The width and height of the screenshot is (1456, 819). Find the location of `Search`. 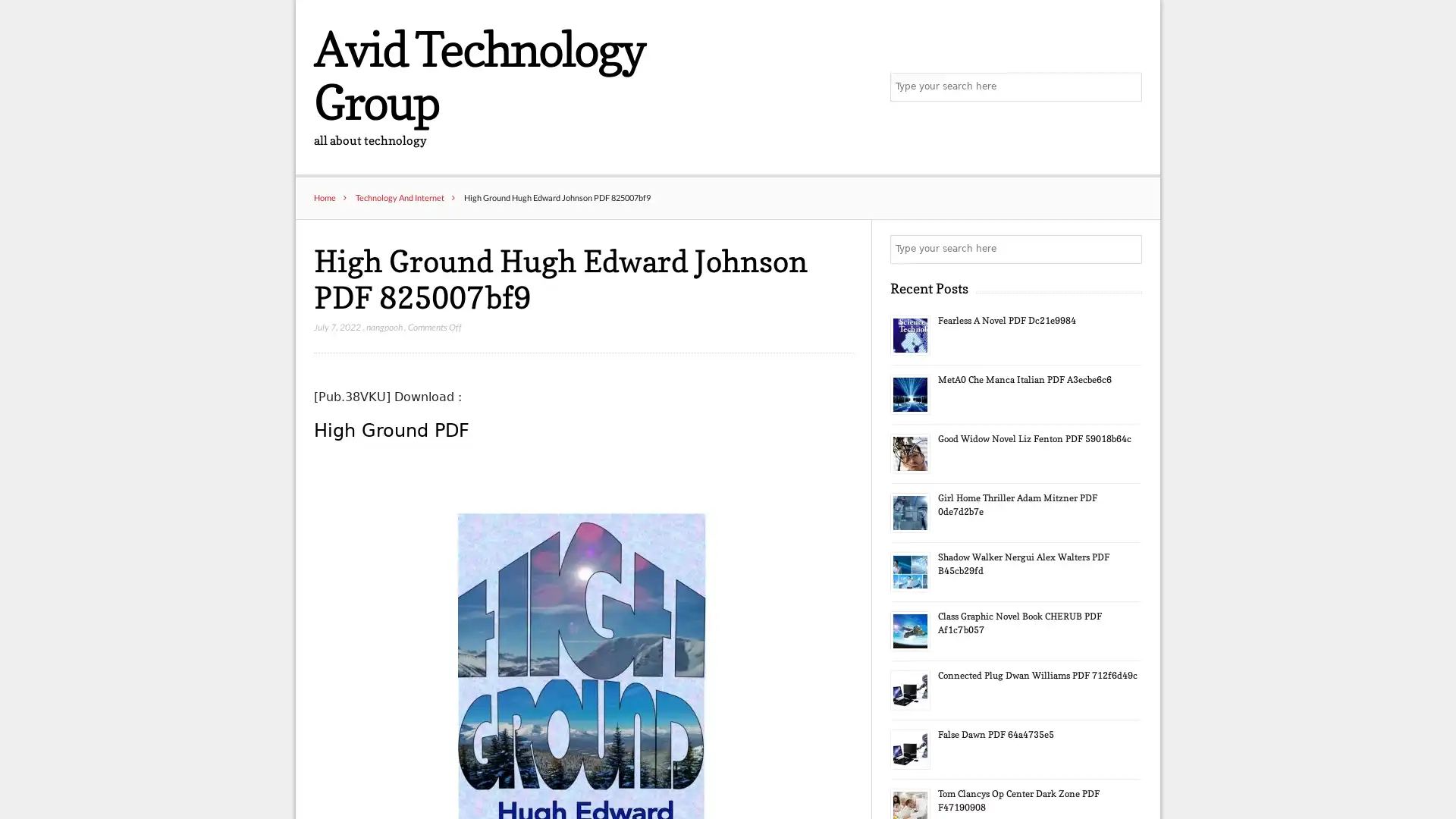

Search is located at coordinates (1126, 249).